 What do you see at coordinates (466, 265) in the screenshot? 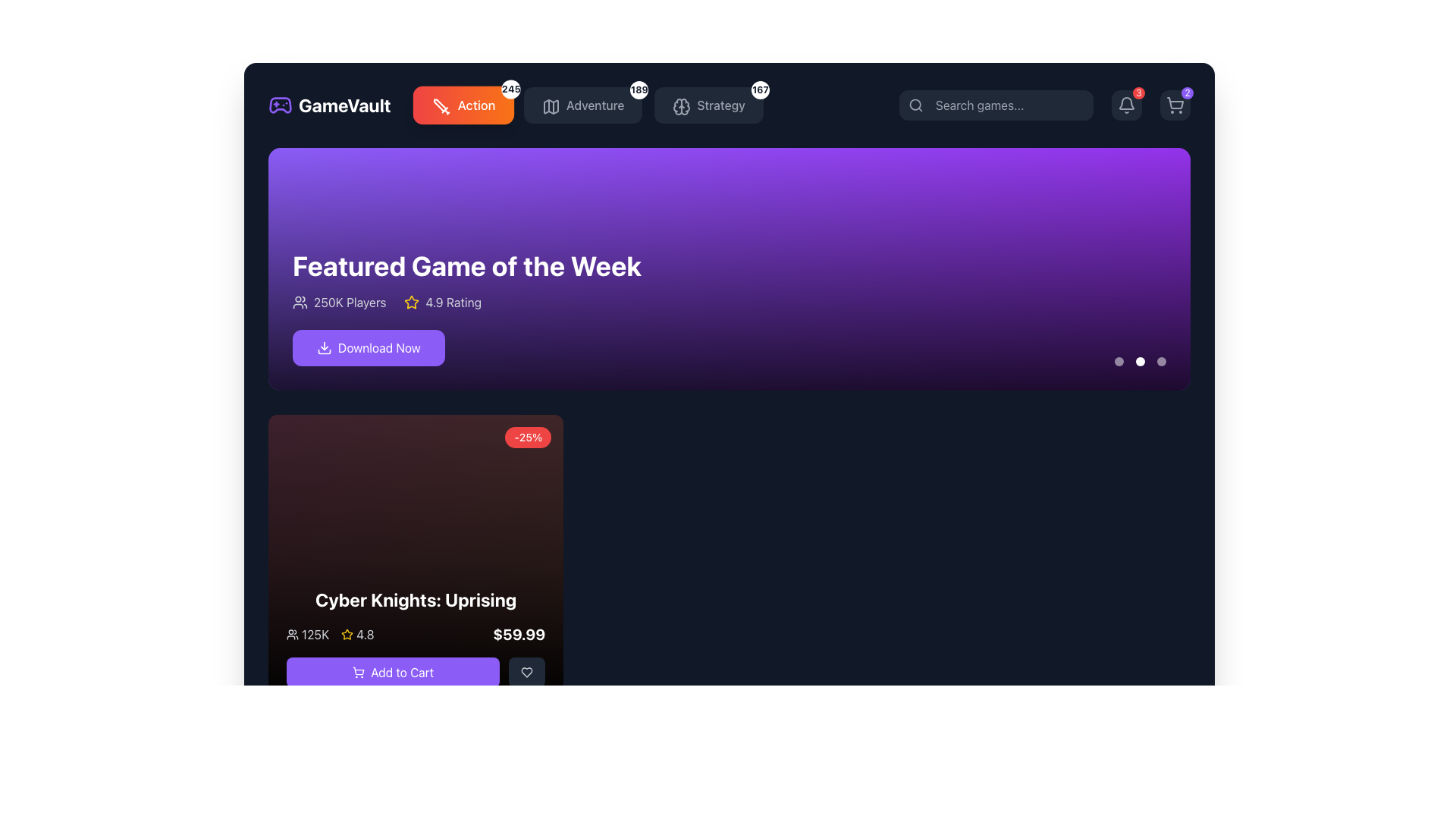
I see `the static text element that reads 'Featured Game of the Week', which is styled in bold white font and placed on a gradient purple background` at bounding box center [466, 265].